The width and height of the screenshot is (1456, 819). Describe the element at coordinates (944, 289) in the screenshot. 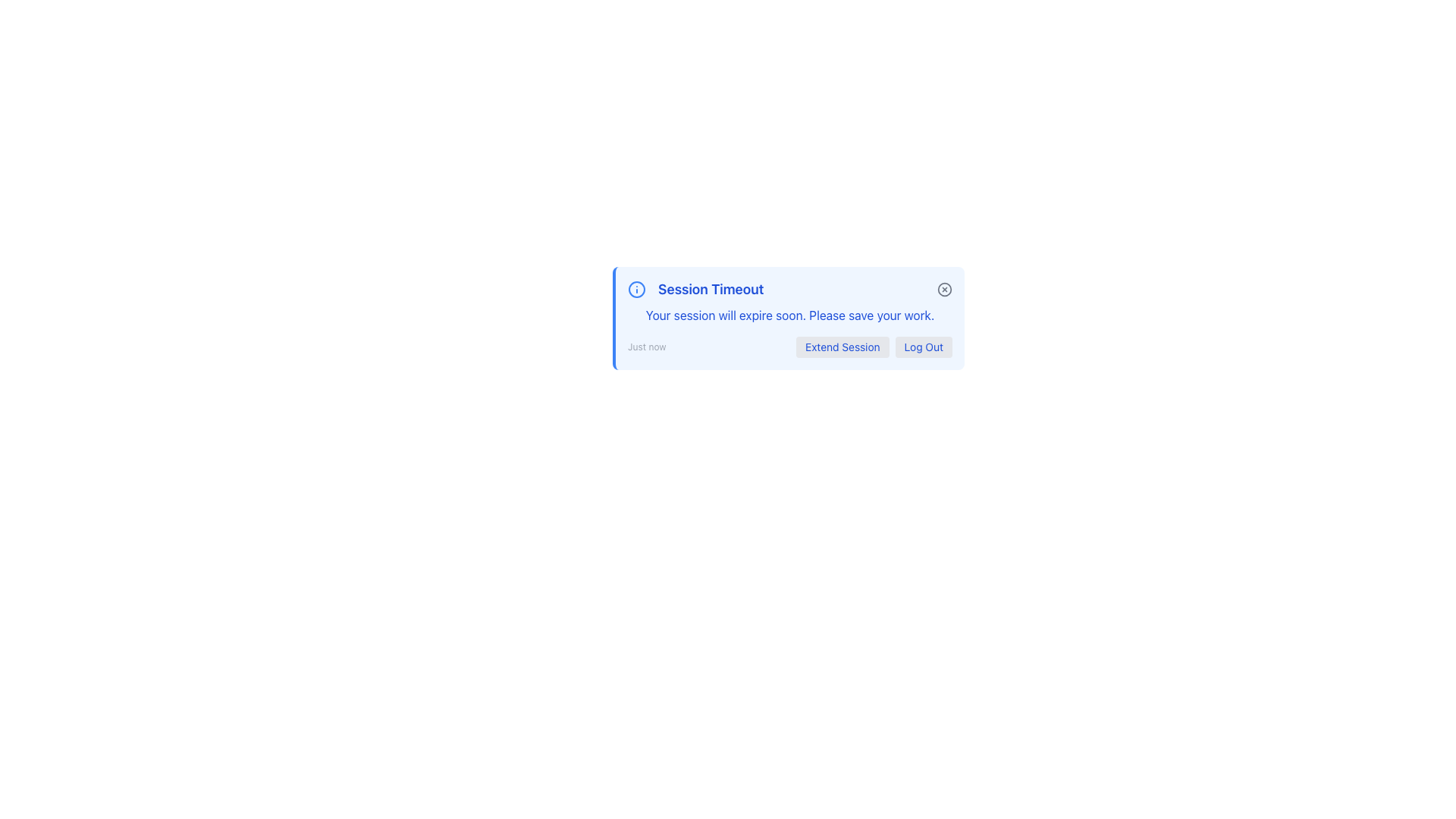

I see `the circular graphic component located in the top-right corner of the dialog box, which represents an icon for a specific action` at that location.